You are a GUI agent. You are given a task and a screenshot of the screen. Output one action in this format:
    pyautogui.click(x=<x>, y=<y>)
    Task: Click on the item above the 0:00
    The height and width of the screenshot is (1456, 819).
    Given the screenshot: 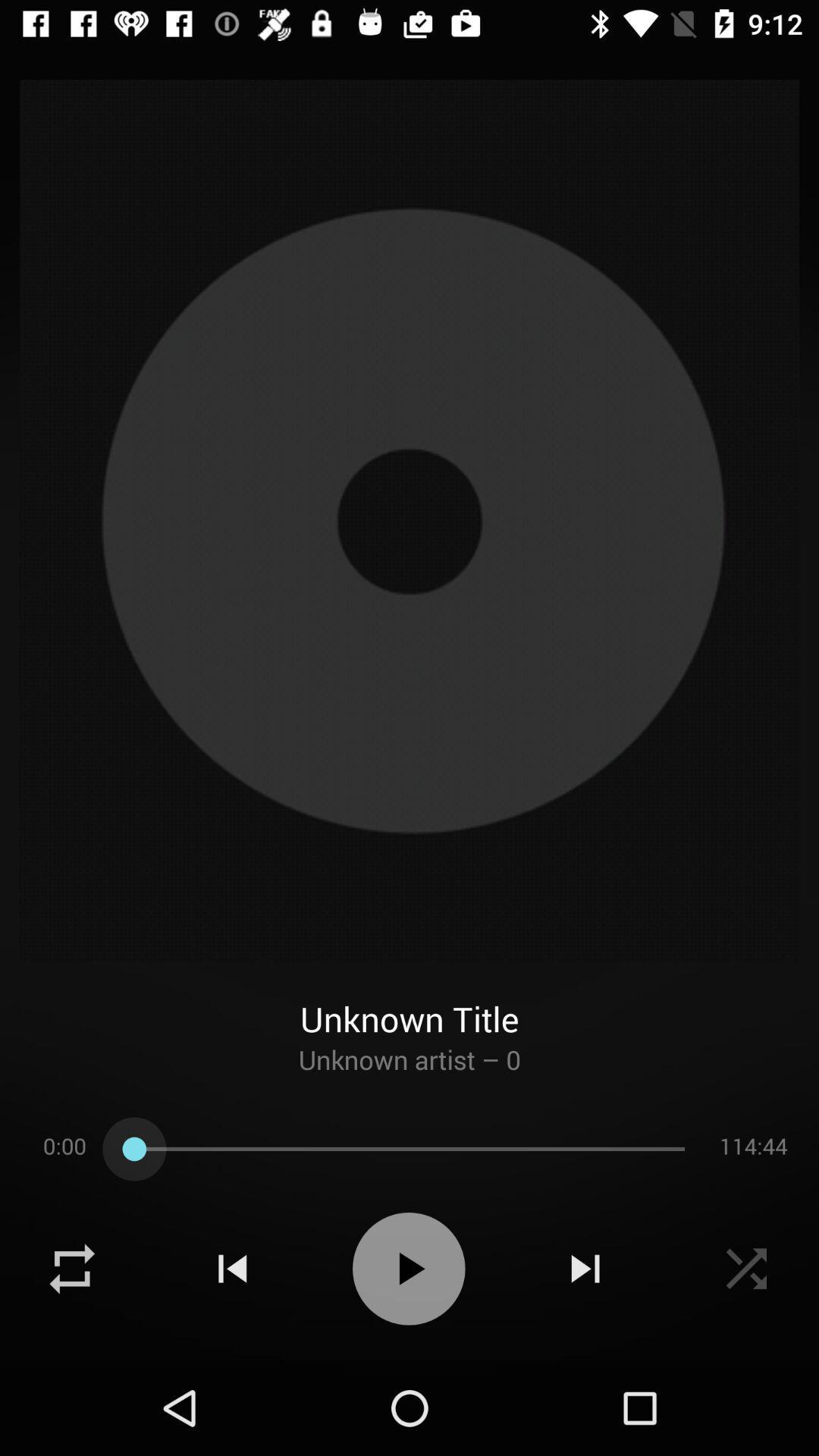 What is the action you would take?
    pyautogui.click(x=409, y=1073)
    